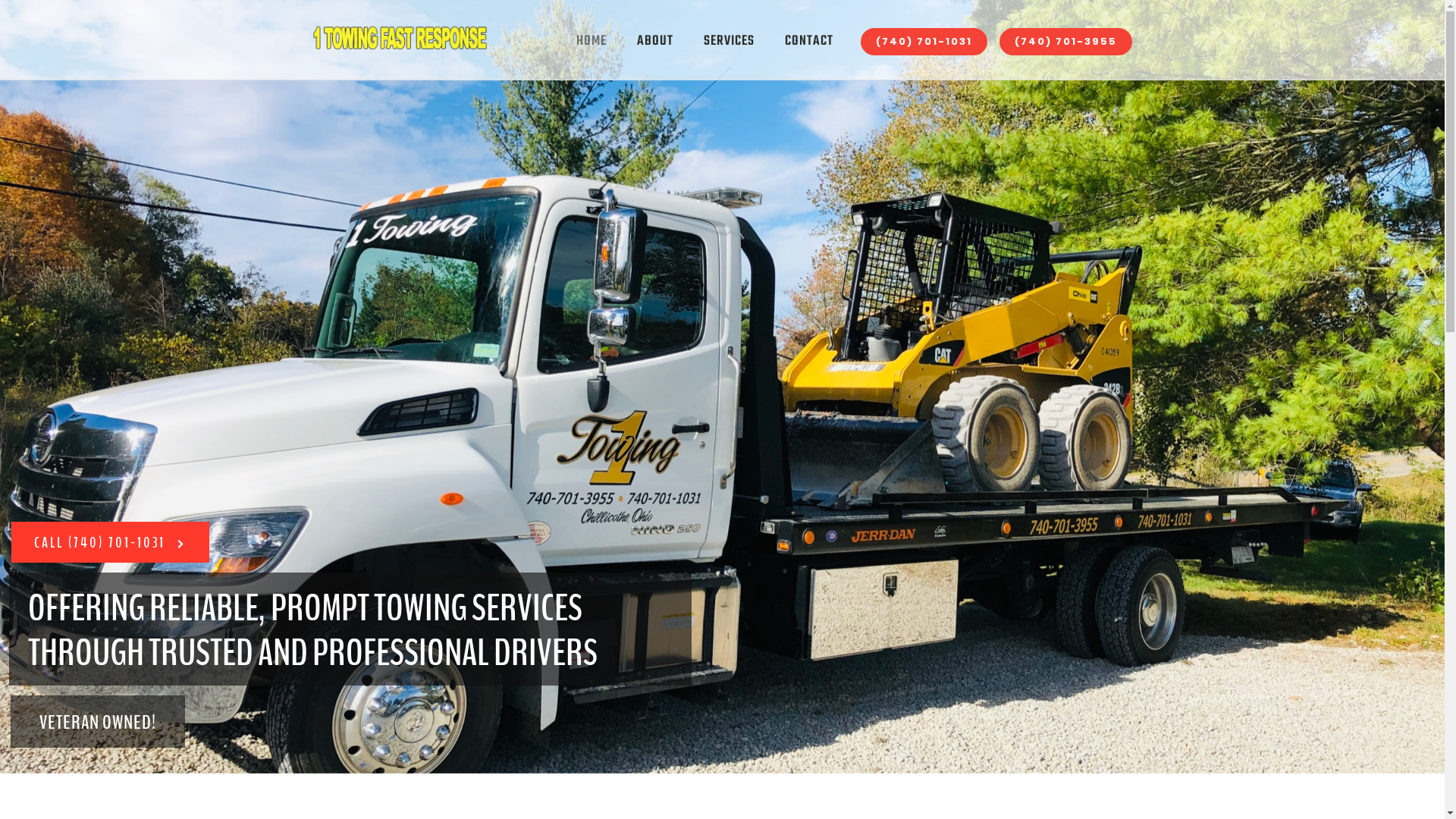 Image resolution: width=1456 pixels, height=819 pixels. What do you see at coordinates (1065, 40) in the screenshot?
I see `'(740) 701-3955'` at bounding box center [1065, 40].